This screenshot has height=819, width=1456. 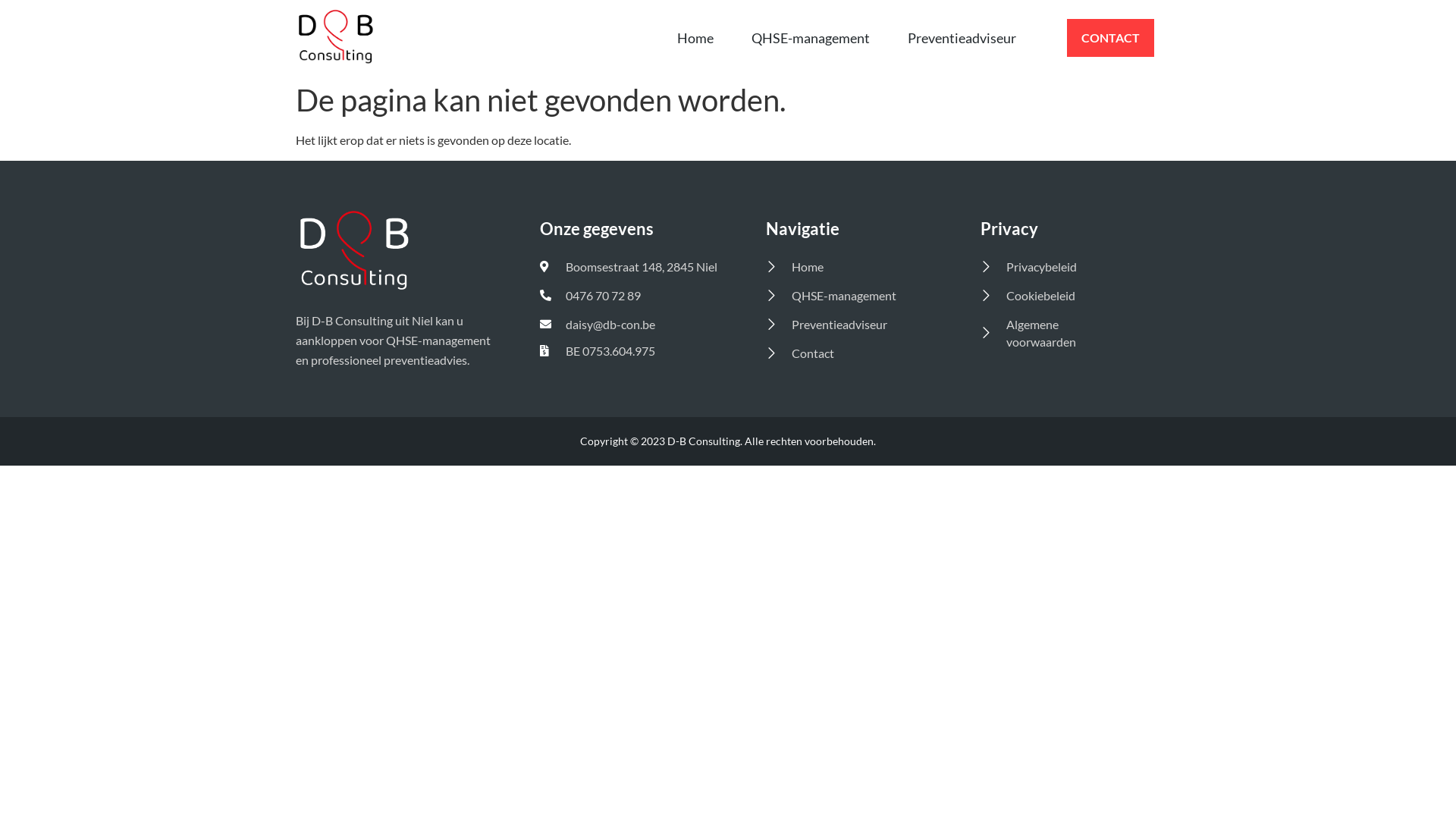 I want to click on 'QHSE-management', so click(x=810, y=37).